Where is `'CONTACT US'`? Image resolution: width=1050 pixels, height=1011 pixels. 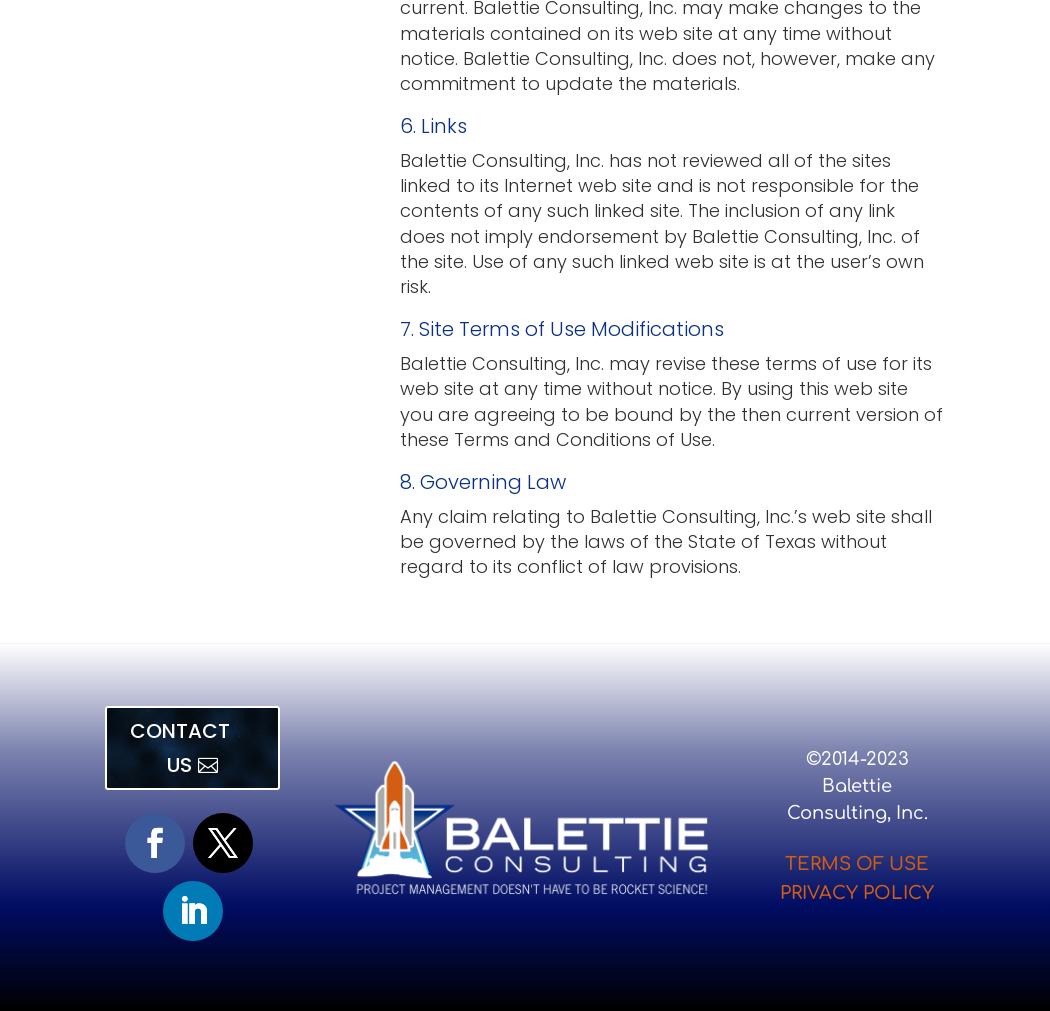
'CONTACT US' is located at coordinates (179, 746).